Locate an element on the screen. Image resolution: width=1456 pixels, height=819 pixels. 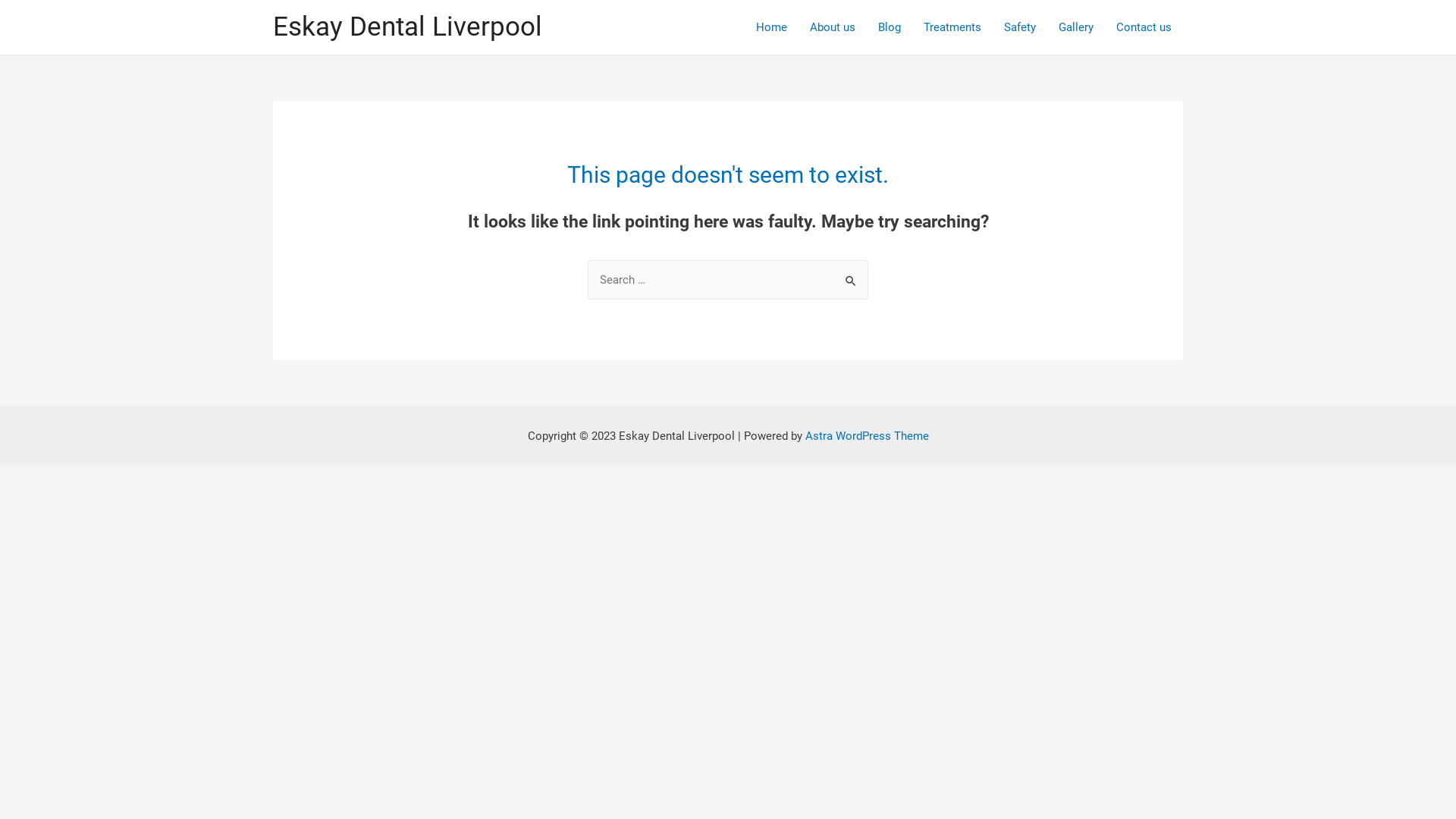
'Home' is located at coordinates (771, 27).